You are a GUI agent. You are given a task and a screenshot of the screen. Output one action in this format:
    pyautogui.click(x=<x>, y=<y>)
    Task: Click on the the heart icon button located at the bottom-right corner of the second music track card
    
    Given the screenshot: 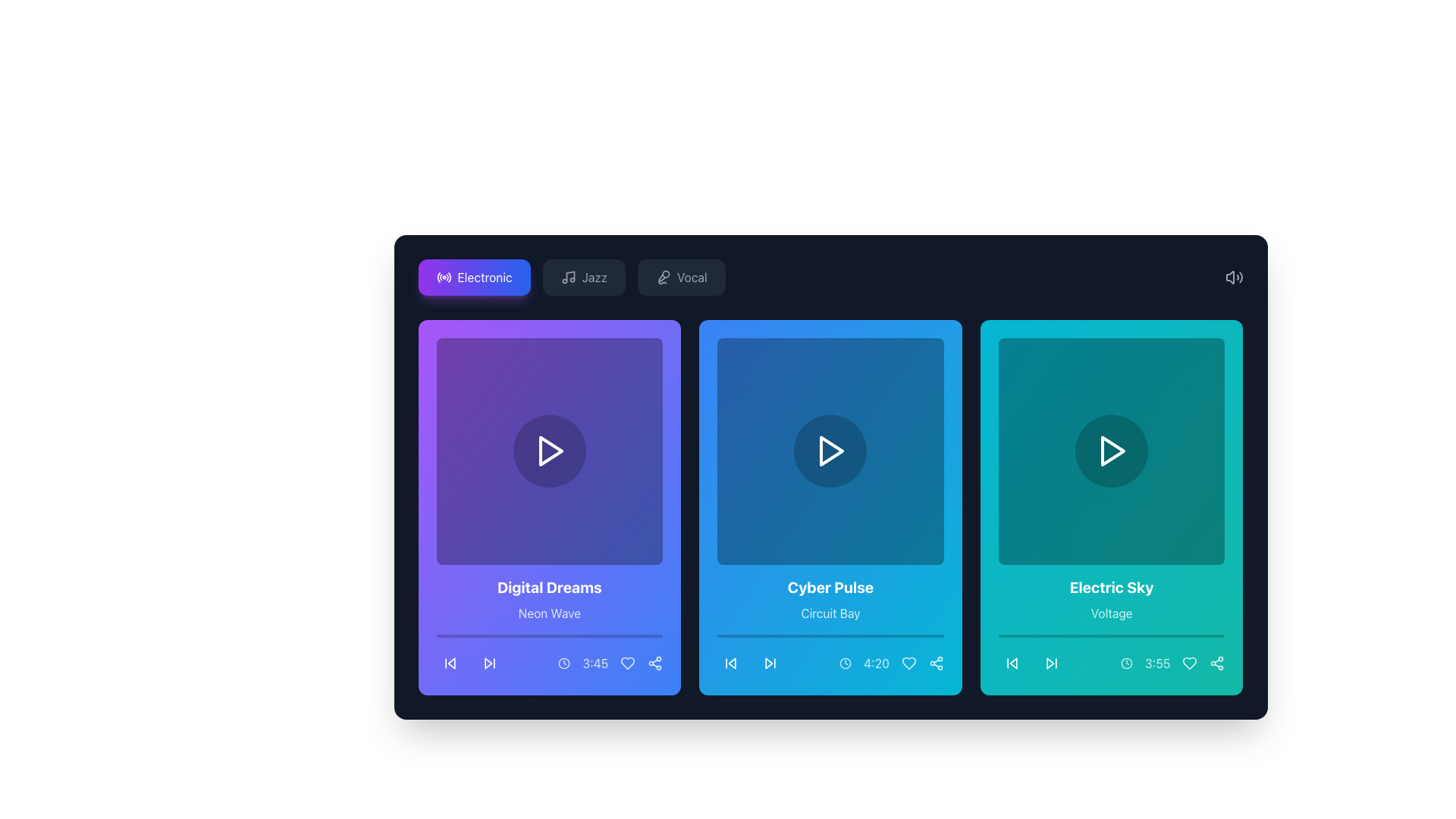 What is the action you would take?
    pyautogui.click(x=908, y=662)
    